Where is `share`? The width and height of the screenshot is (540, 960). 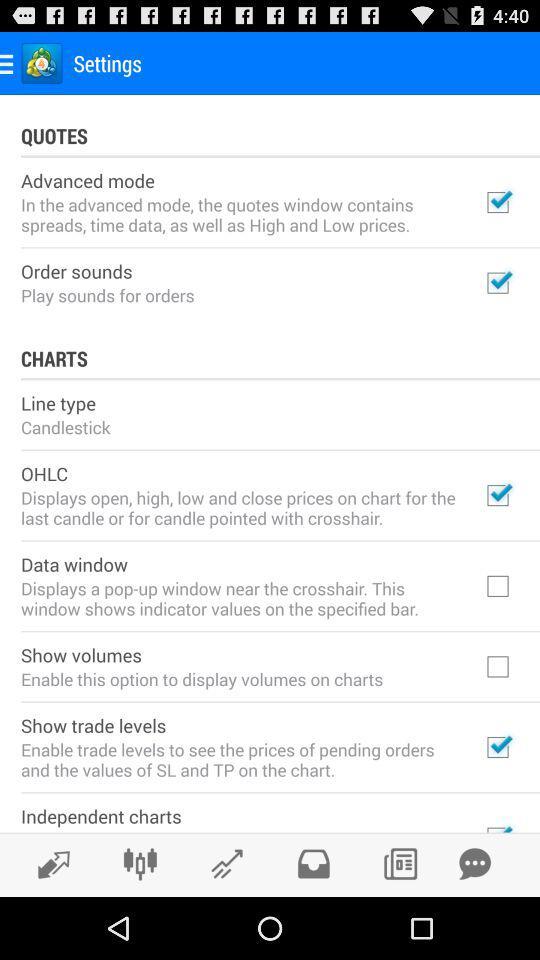 share is located at coordinates (48, 863).